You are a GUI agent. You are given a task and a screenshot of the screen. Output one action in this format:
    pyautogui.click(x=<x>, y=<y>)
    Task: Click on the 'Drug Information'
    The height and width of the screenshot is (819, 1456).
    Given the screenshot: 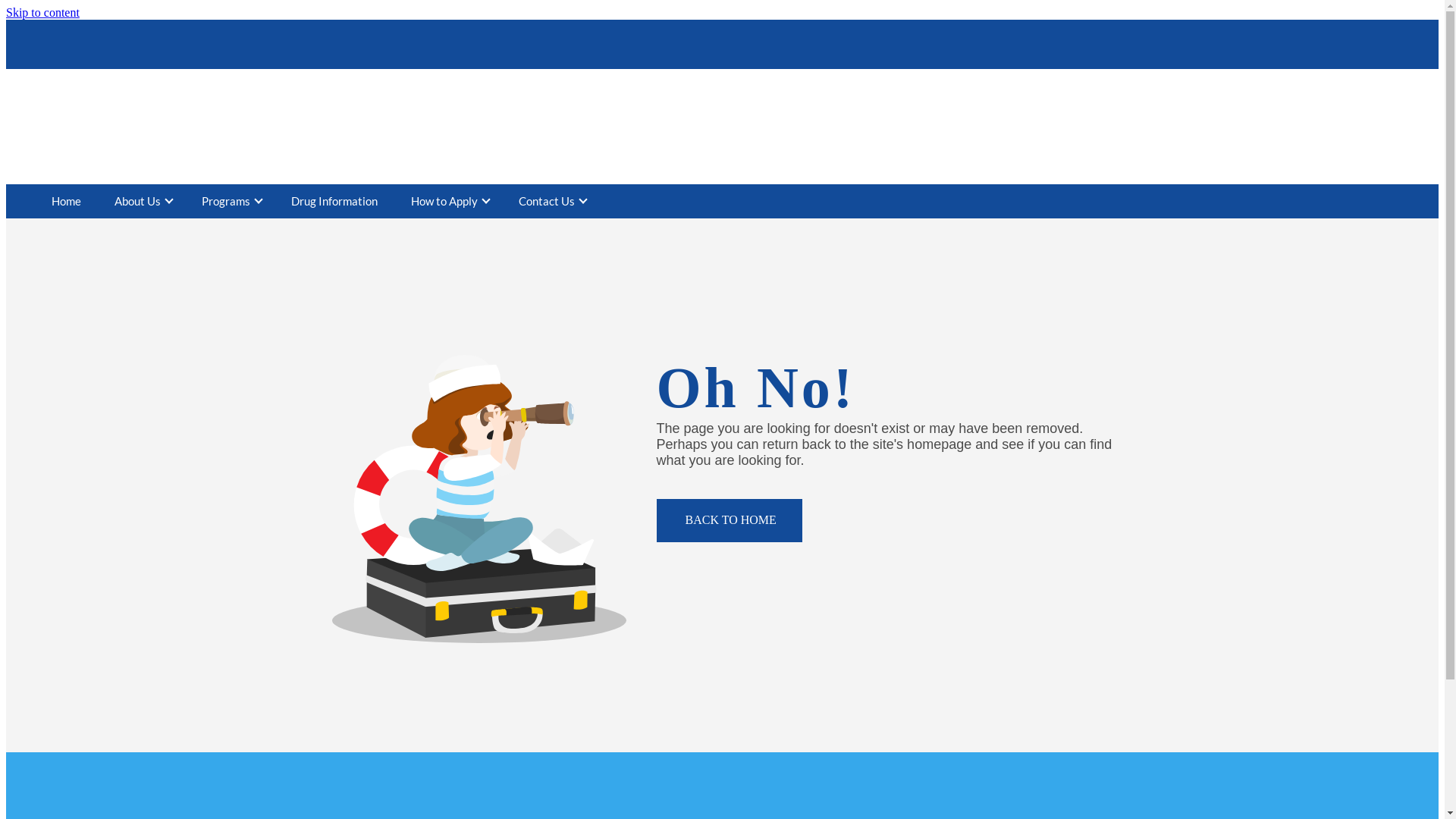 What is the action you would take?
    pyautogui.click(x=334, y=200)
    